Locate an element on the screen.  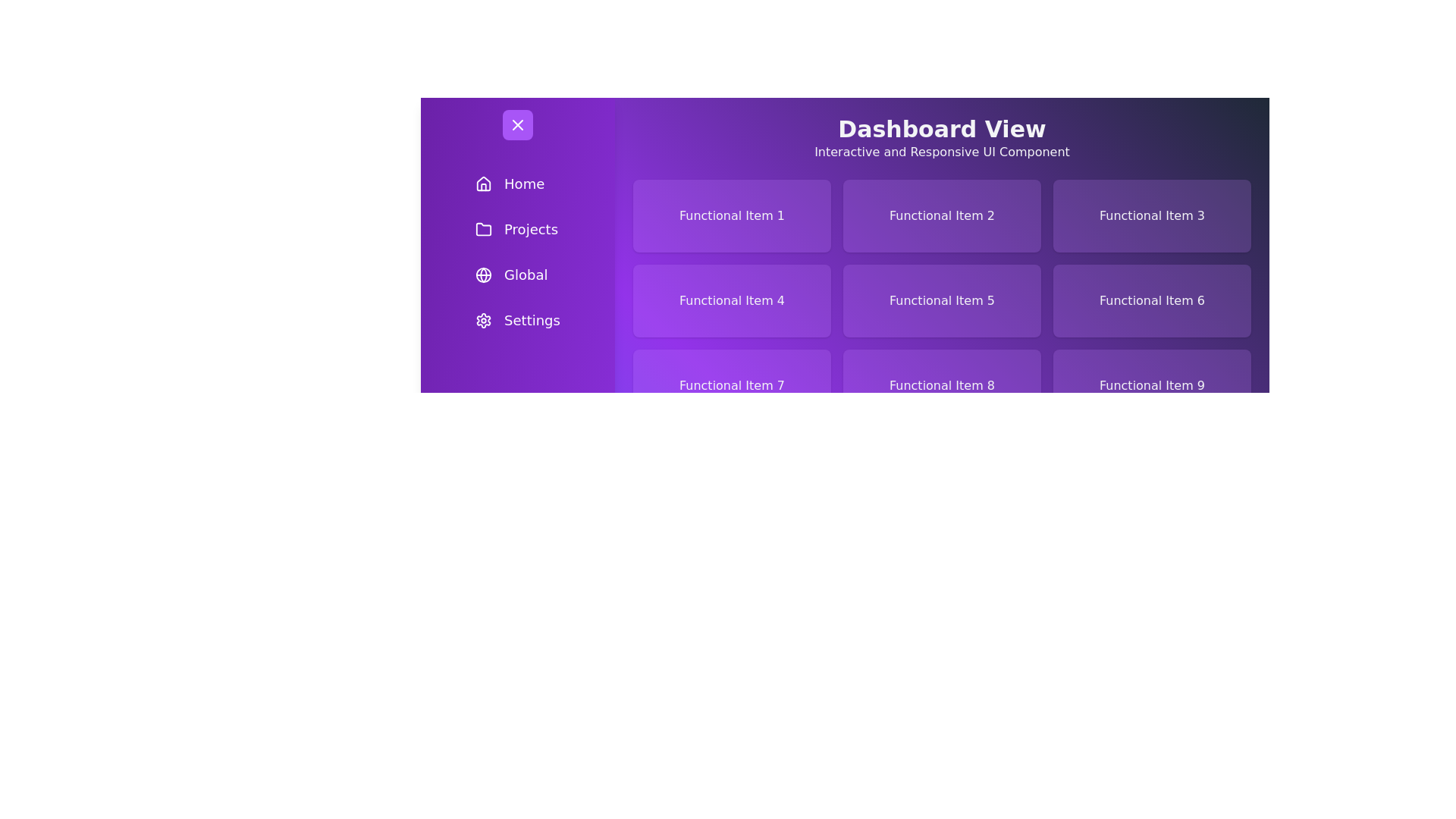
the menu item labeled 'Settings' to observe its hover effect is located at coordinates (517, 320).